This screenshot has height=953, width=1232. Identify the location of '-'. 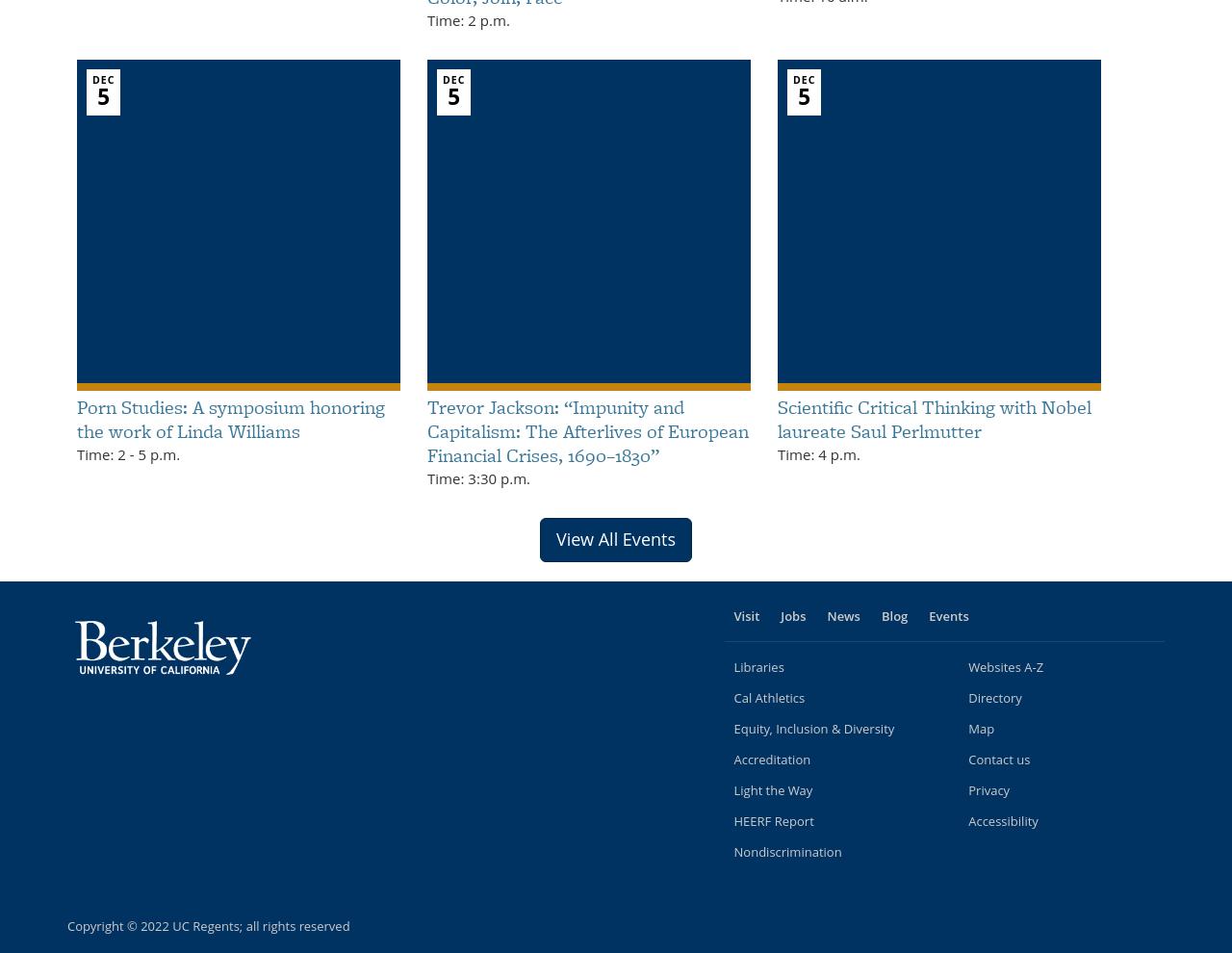
(130, 453).